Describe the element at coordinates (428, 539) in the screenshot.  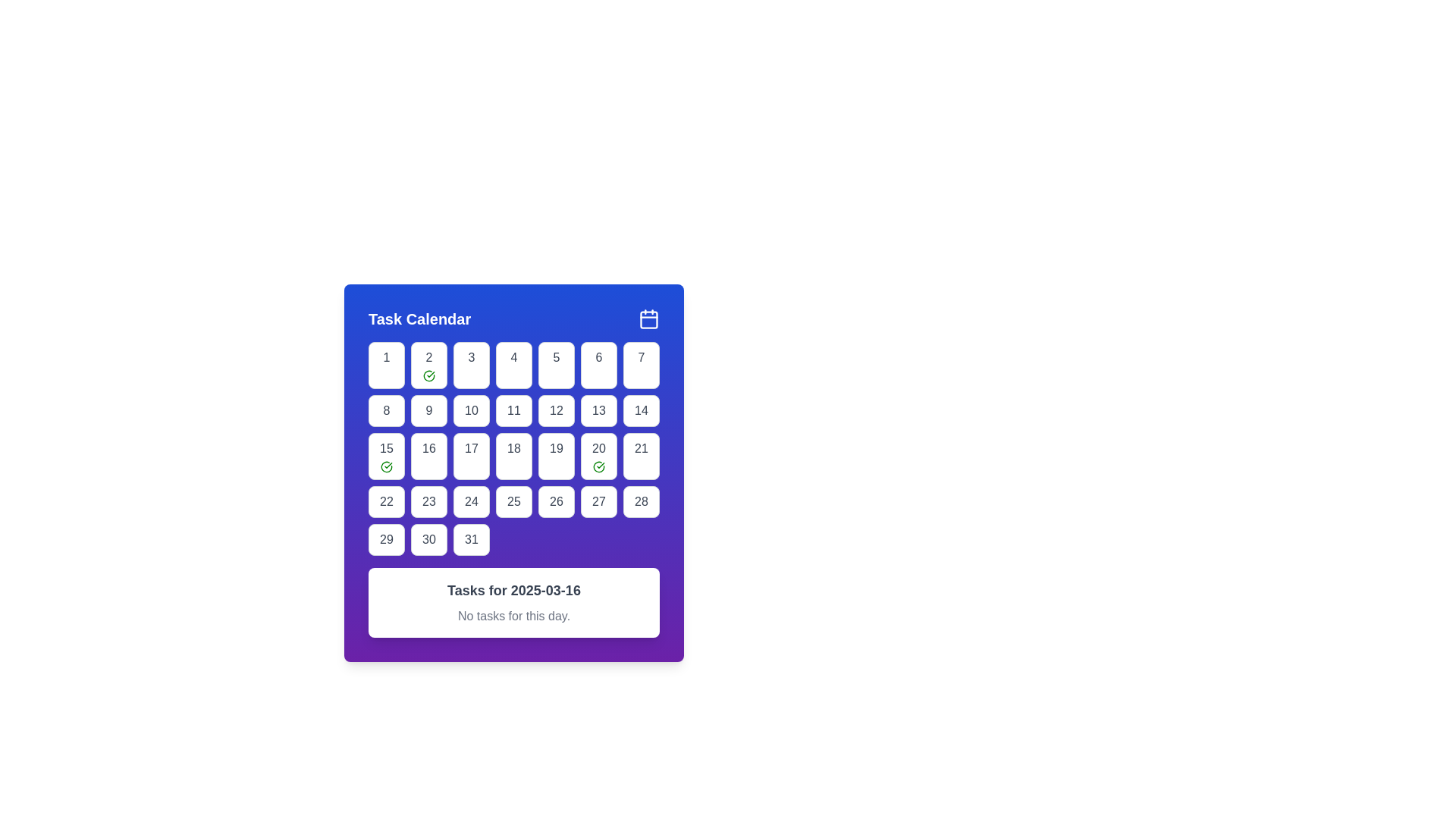
I see `the calendar day cell representing the 30th day of the month to focus on it` at that location.